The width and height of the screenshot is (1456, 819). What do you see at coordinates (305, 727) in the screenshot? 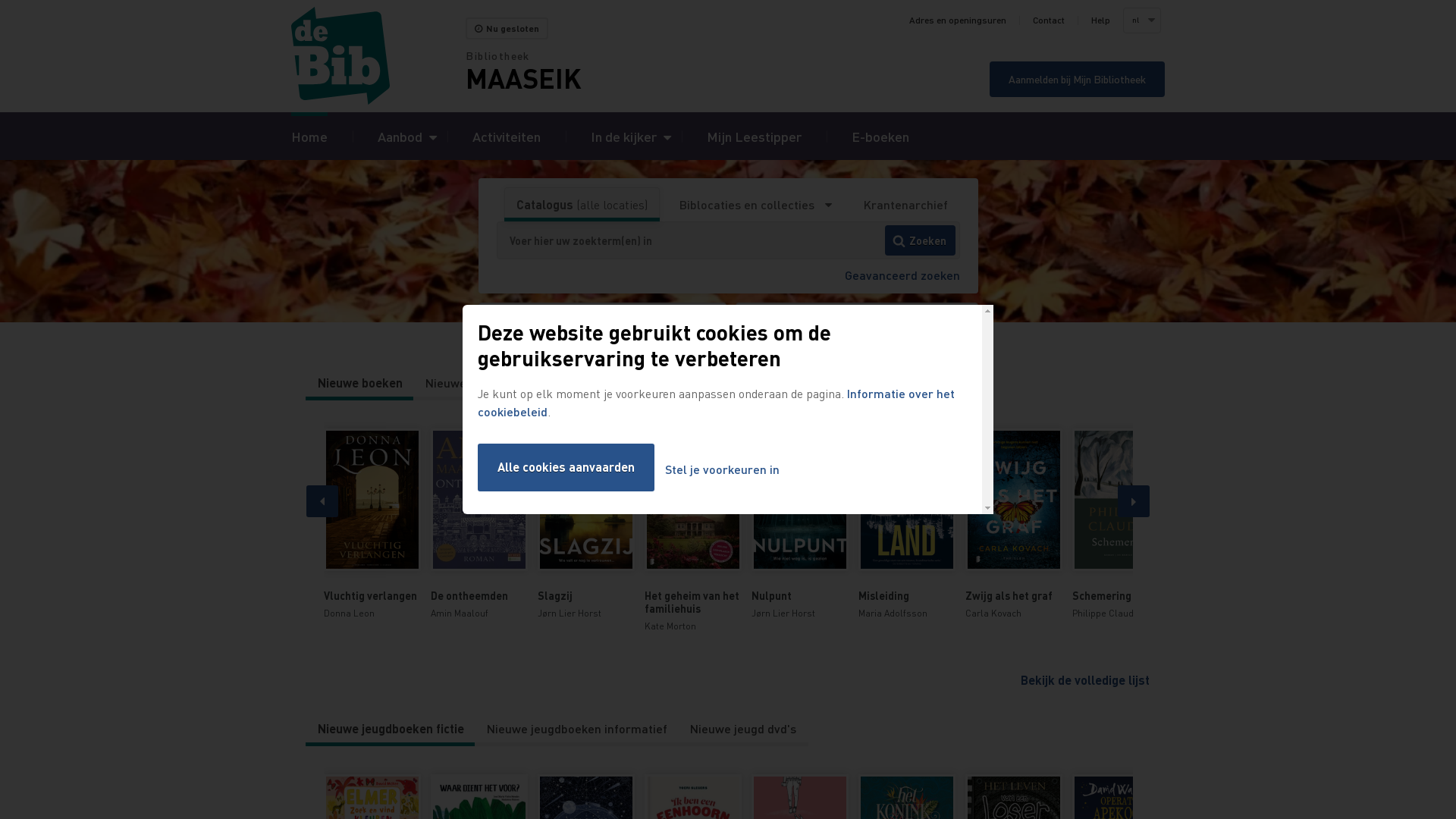
I see `'Nieuwe jeugdboeken fictie'` at bounding box center [305, 727].